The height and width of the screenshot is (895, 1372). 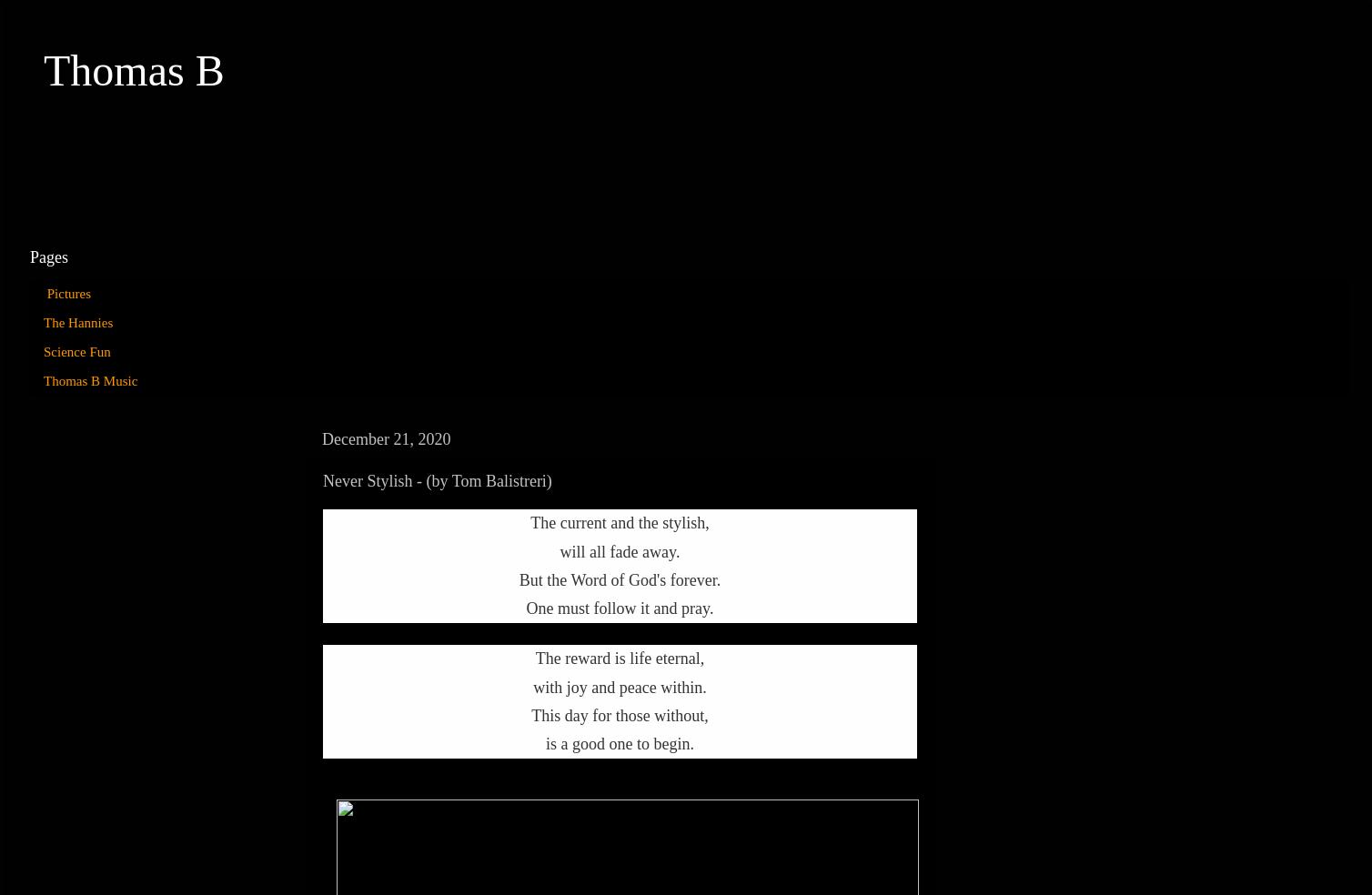 I want to click on 'But the Word of God's forever.', so click(x=619, y=579).